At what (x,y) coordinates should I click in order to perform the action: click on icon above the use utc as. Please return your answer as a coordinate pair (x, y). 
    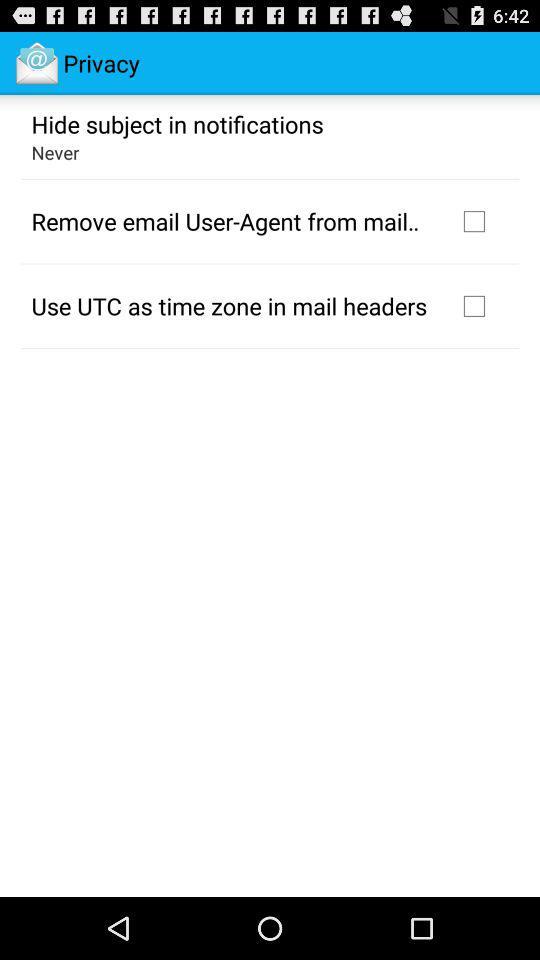
    Looking at the image, I should click on (230, 221).